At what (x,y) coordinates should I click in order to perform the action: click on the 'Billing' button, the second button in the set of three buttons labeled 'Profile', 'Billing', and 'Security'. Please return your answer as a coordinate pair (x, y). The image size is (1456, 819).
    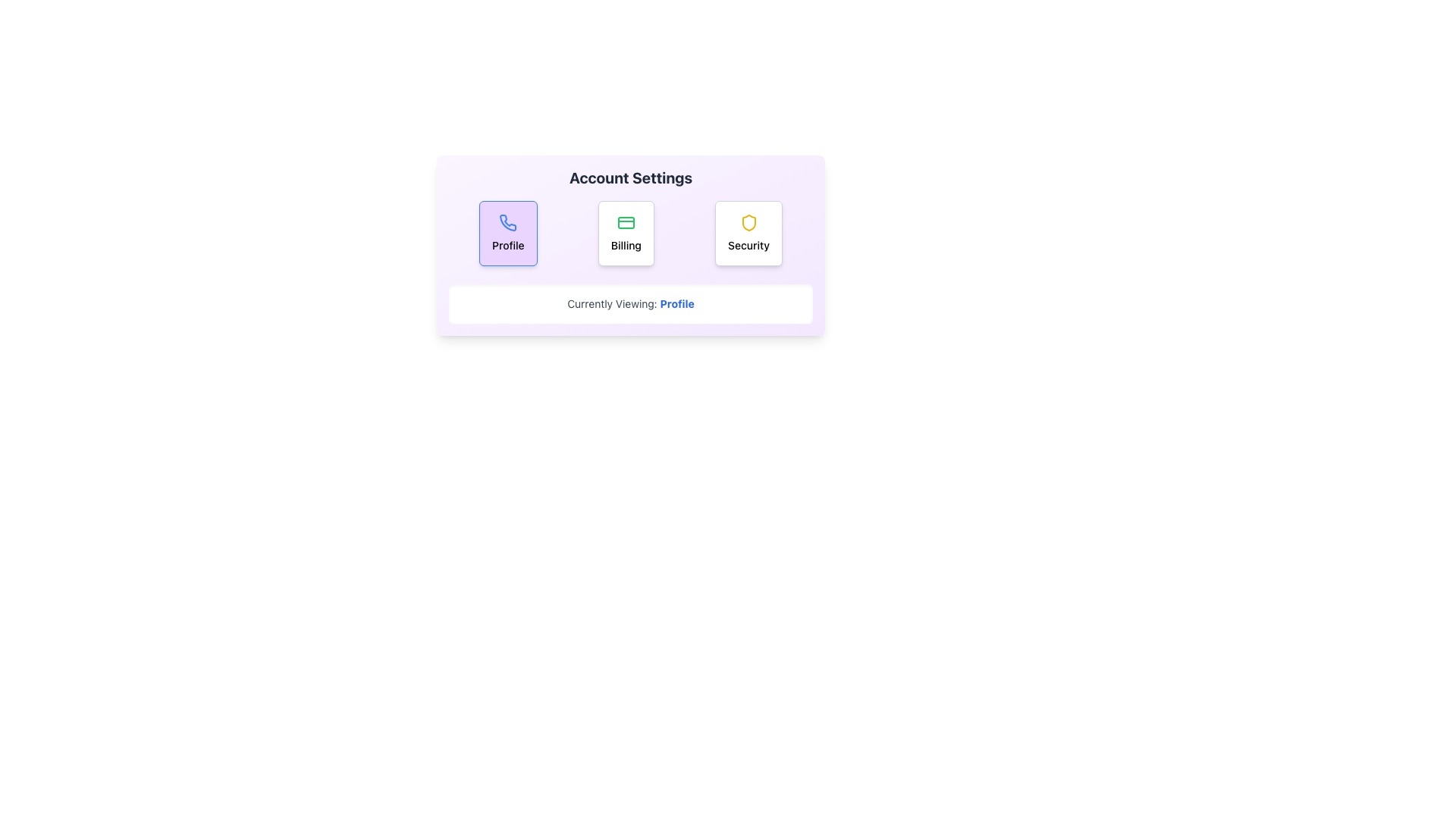
    Looking at the image, I should click on (630, 234).